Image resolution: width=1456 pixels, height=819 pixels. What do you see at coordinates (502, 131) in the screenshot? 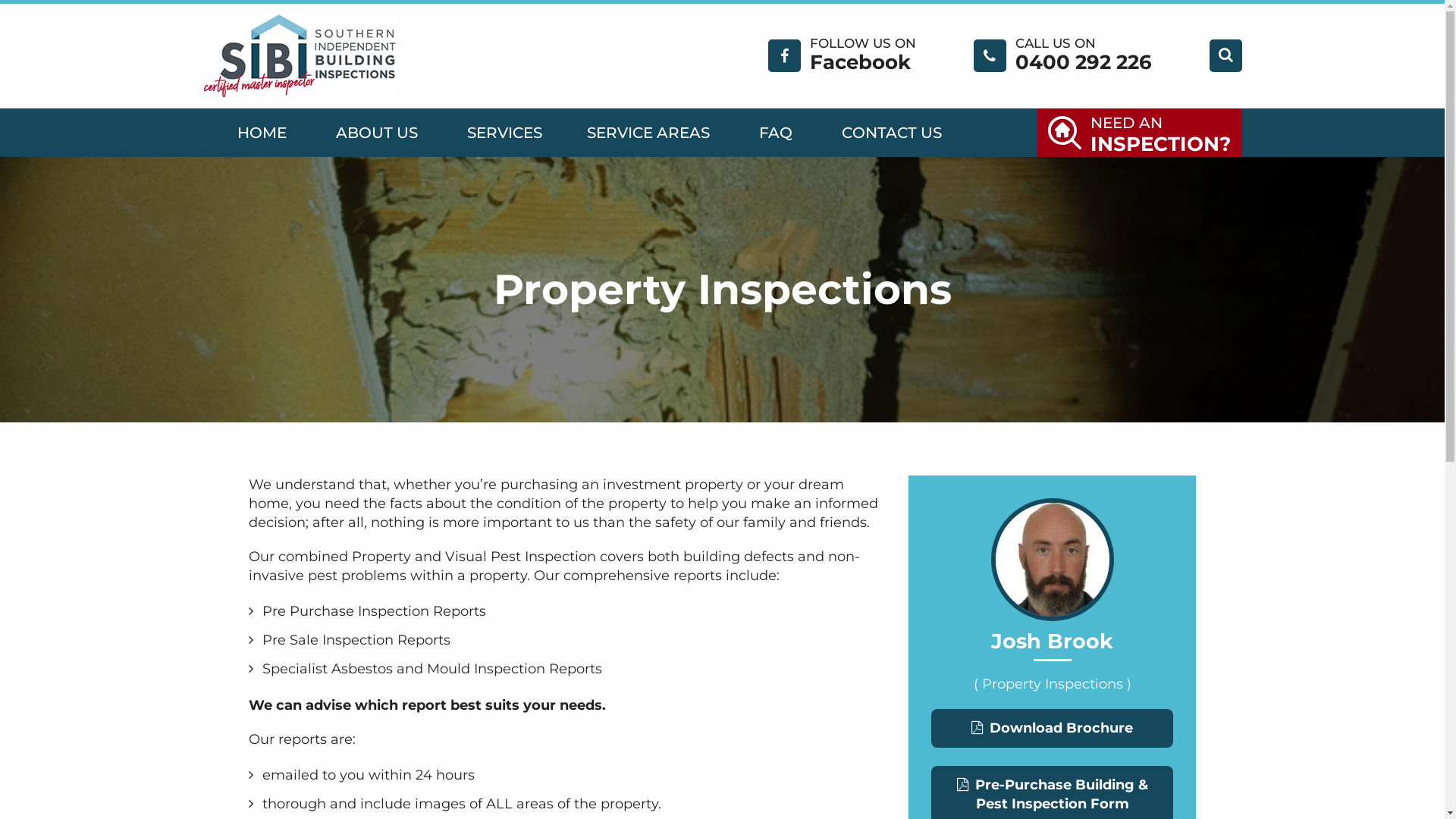
I see `'SERVICES'` at bounding box center [502, 131].